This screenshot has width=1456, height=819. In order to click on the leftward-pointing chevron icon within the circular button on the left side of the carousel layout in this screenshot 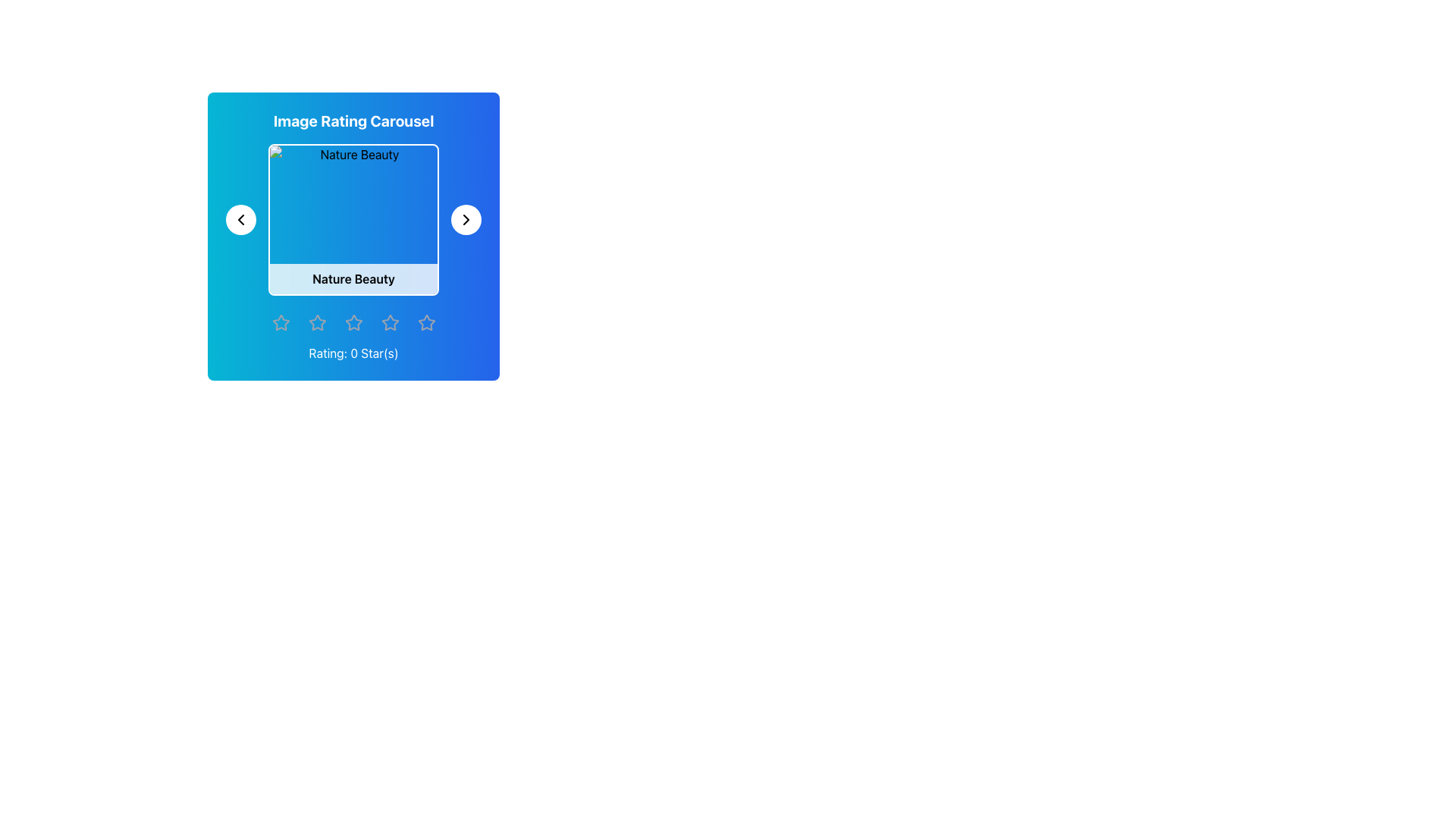, I will do `click(240, 219)`.